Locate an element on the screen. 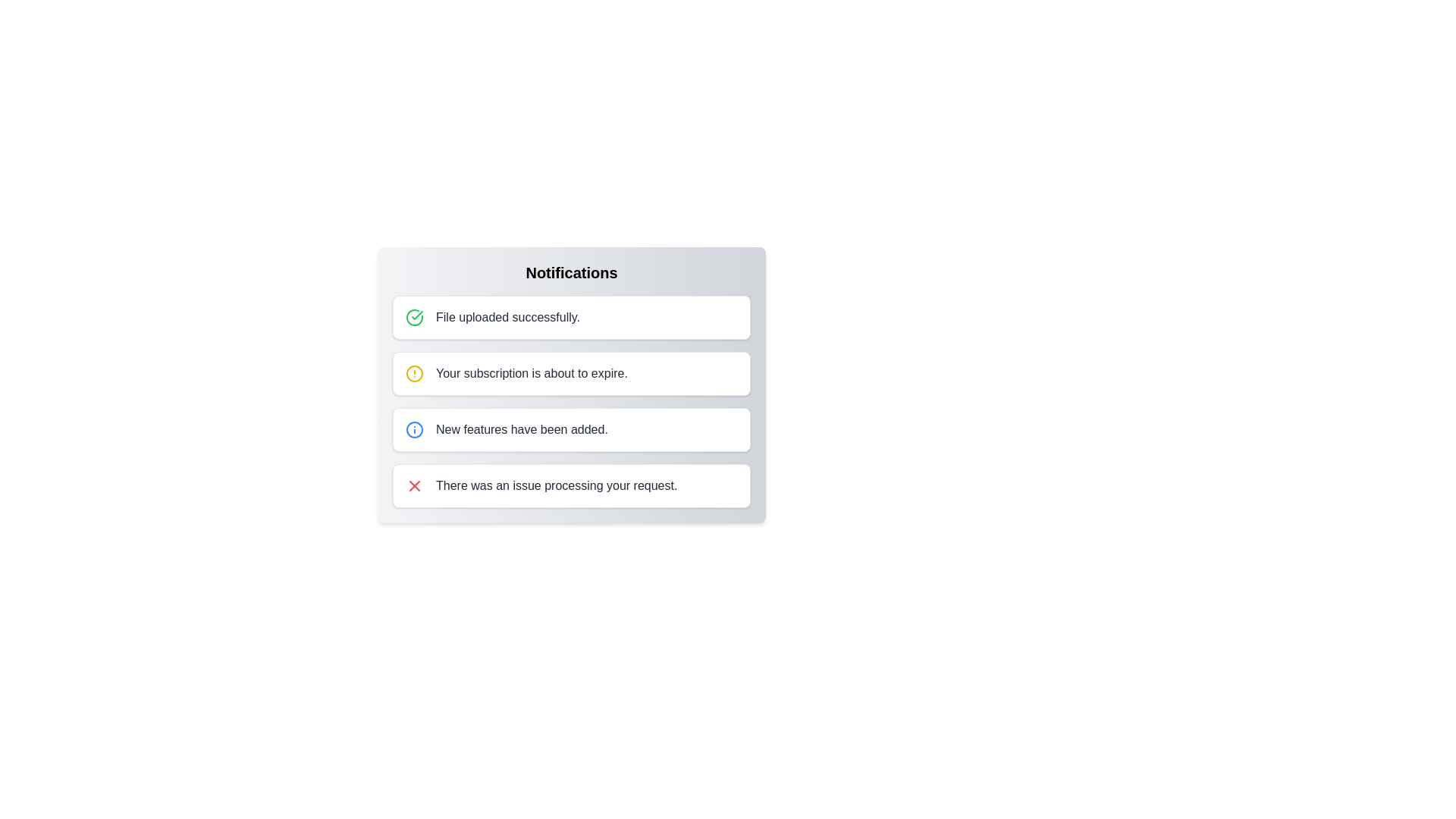 The height and width of the screenshot is (819, 1456). the text label that reads 'Your subscription is about to expire.', which is located in the second row of notifications and has a yellow alert icon to its left is located at coordinates (532, 374).